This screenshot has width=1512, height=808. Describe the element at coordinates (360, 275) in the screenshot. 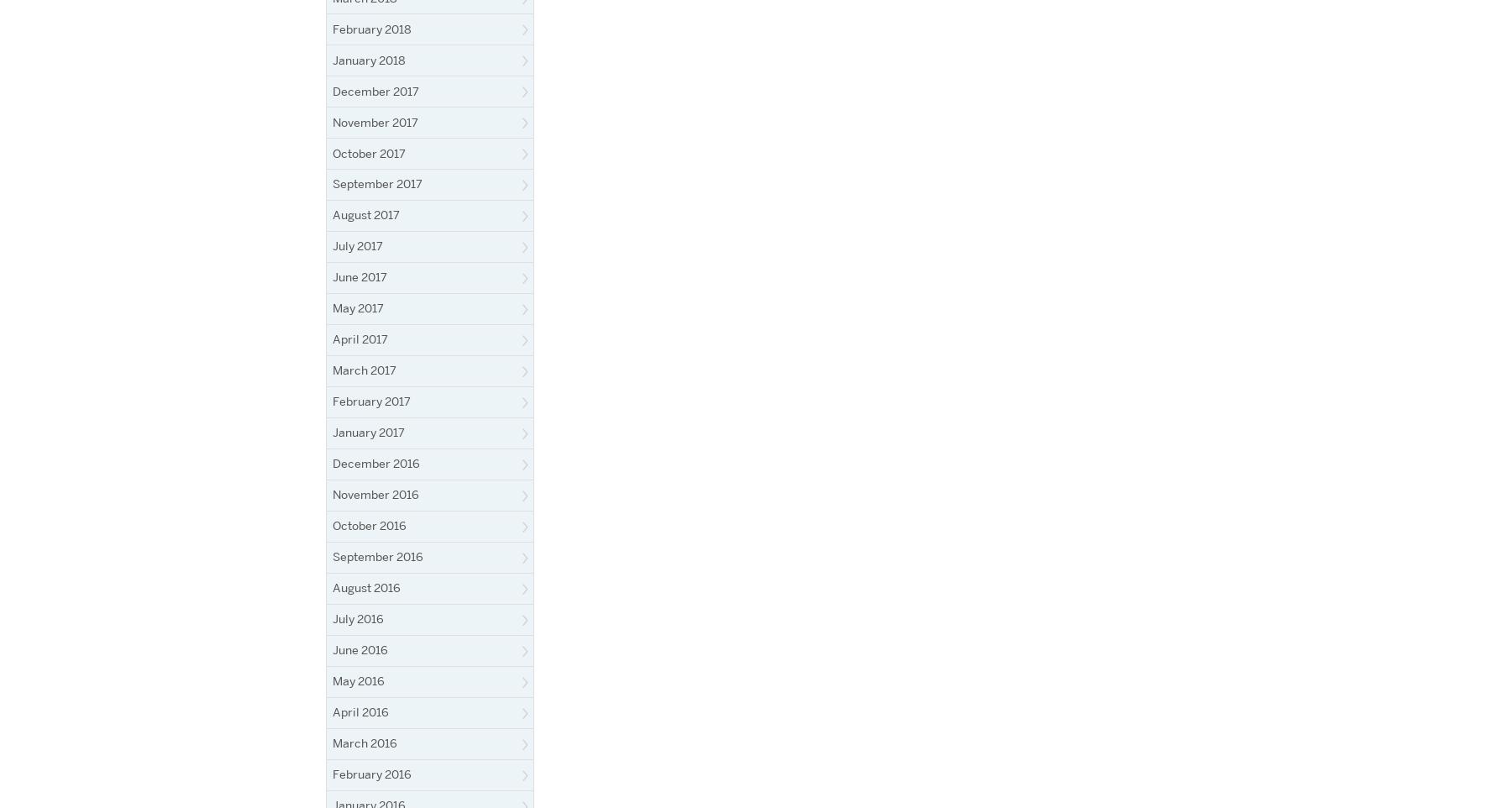

I see `'June 2017'` at that location.